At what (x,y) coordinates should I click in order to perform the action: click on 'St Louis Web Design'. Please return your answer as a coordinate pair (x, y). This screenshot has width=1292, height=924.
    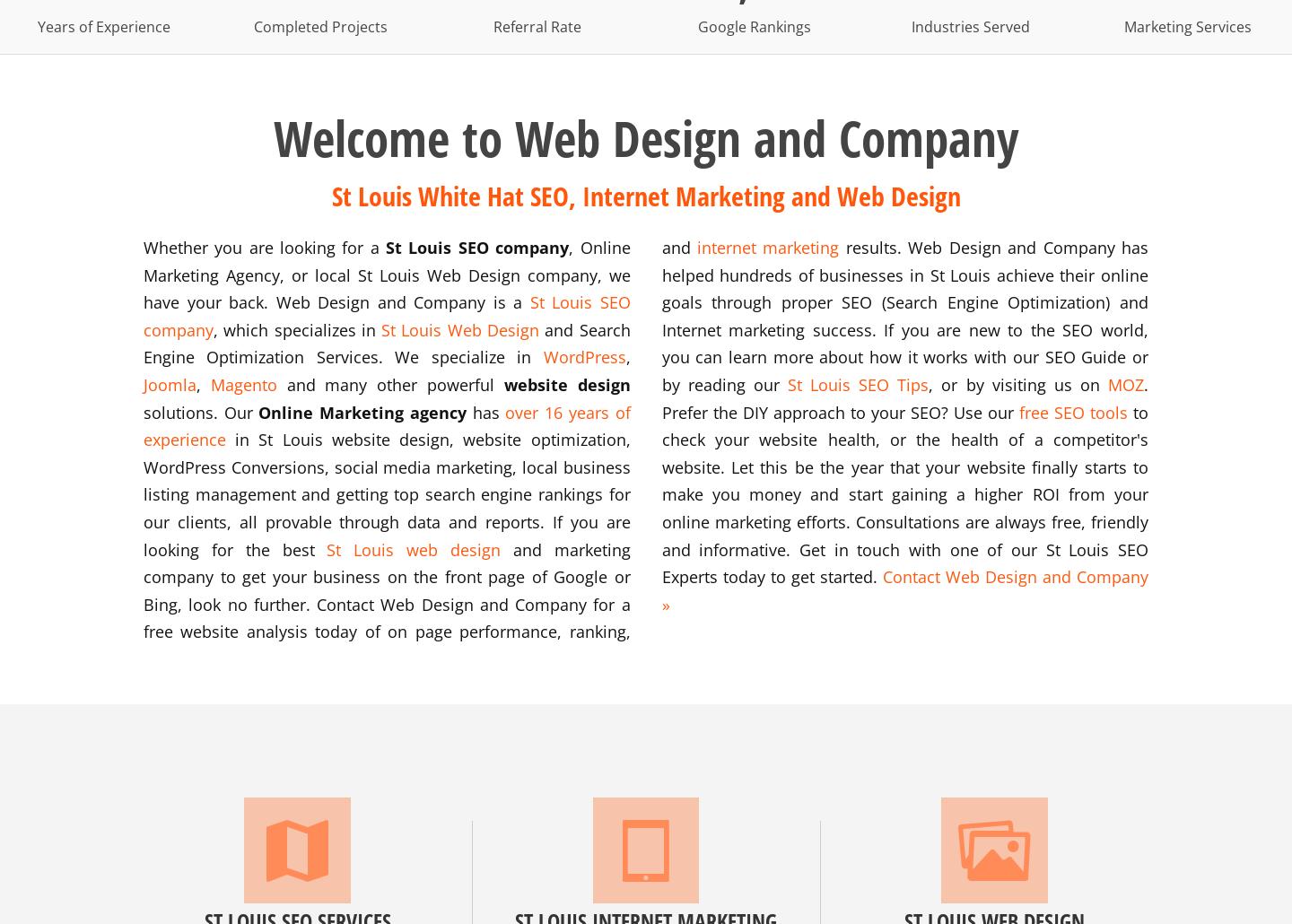
    Looking at the image, I should click on (458, 328).